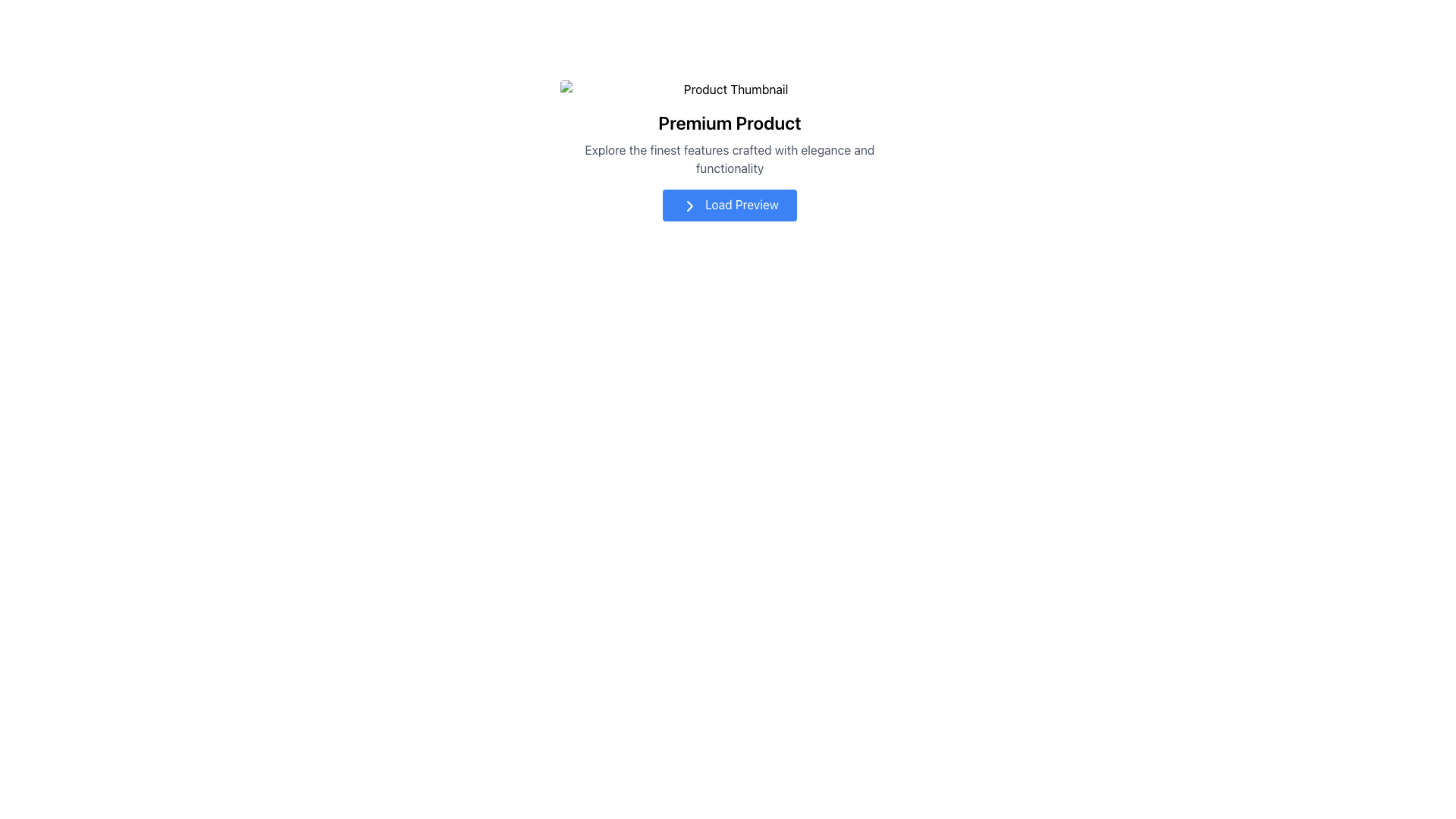  Describe the element at coordinates (730, 127) in the screenshot. I see `descriptive information from the Text Block that serves as a section header and description for 'Premium Product', which includes the text 'Explore the finest features crafted with elegance and functionality'` at that location.